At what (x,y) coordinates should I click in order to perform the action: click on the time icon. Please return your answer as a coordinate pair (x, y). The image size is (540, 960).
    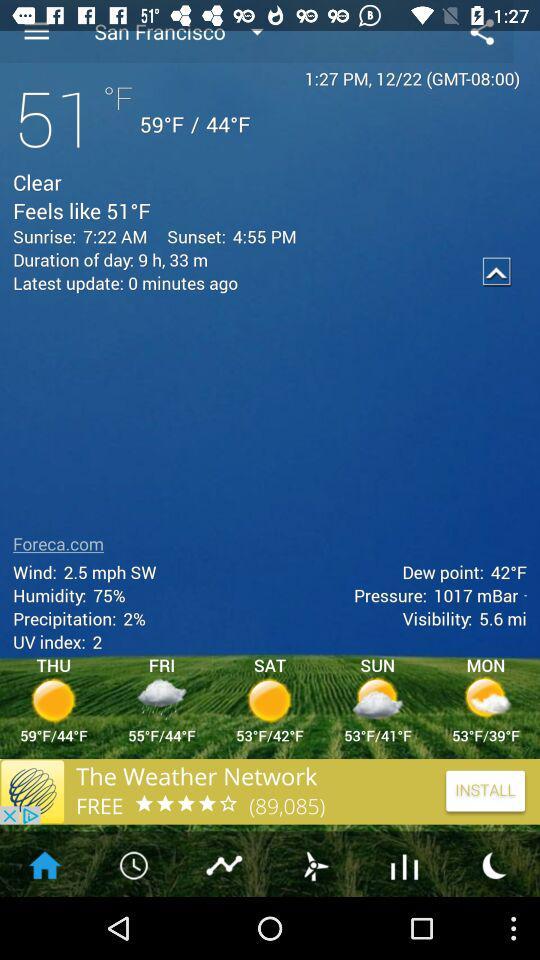
    Looking at the image, I should click on (135, 925).